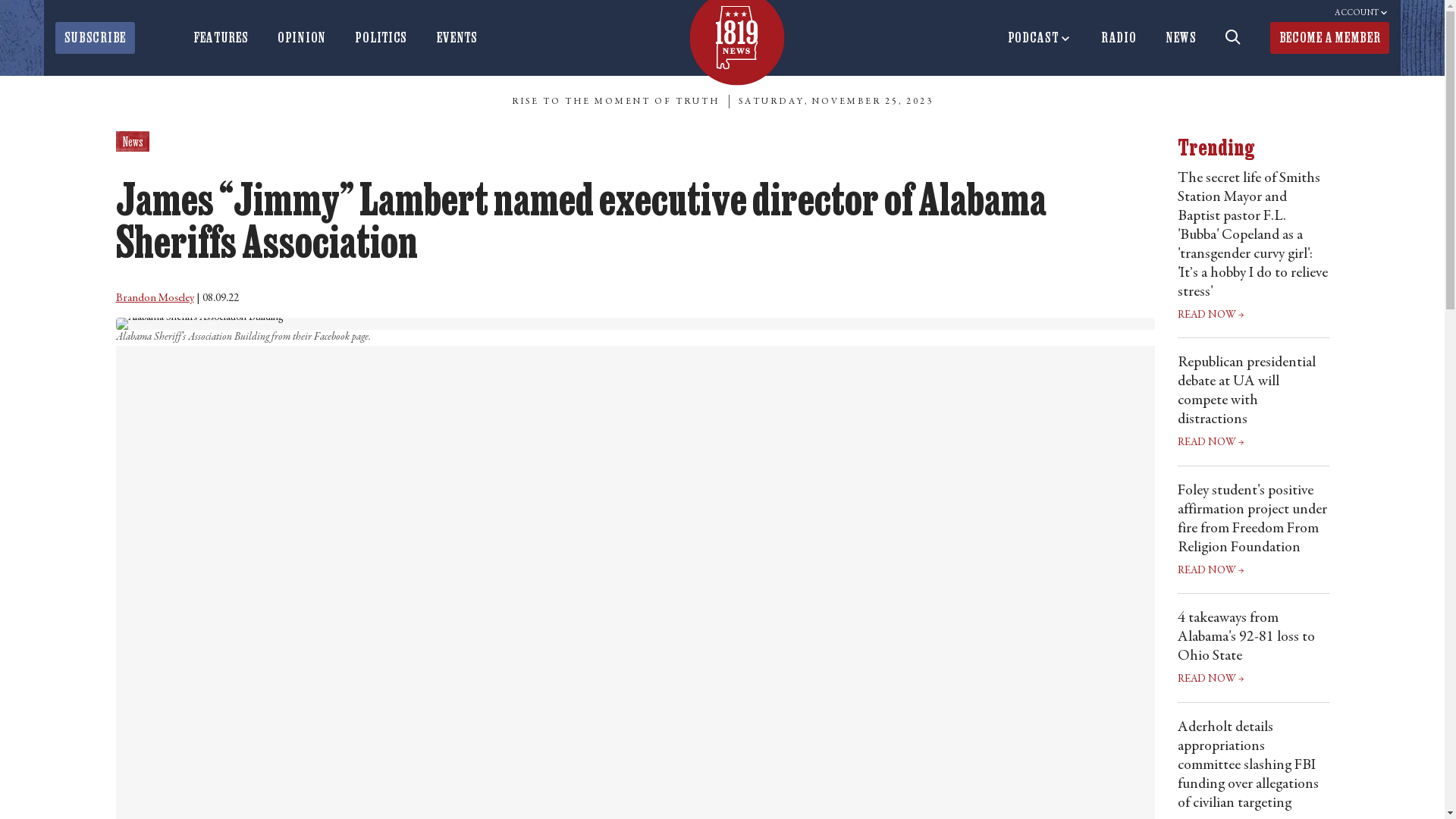 The height and width of the screenshot is (819, 1456). Describe the element at coordinates (1164, 37) in the screenshot. I see `'NEWS'` at that location.